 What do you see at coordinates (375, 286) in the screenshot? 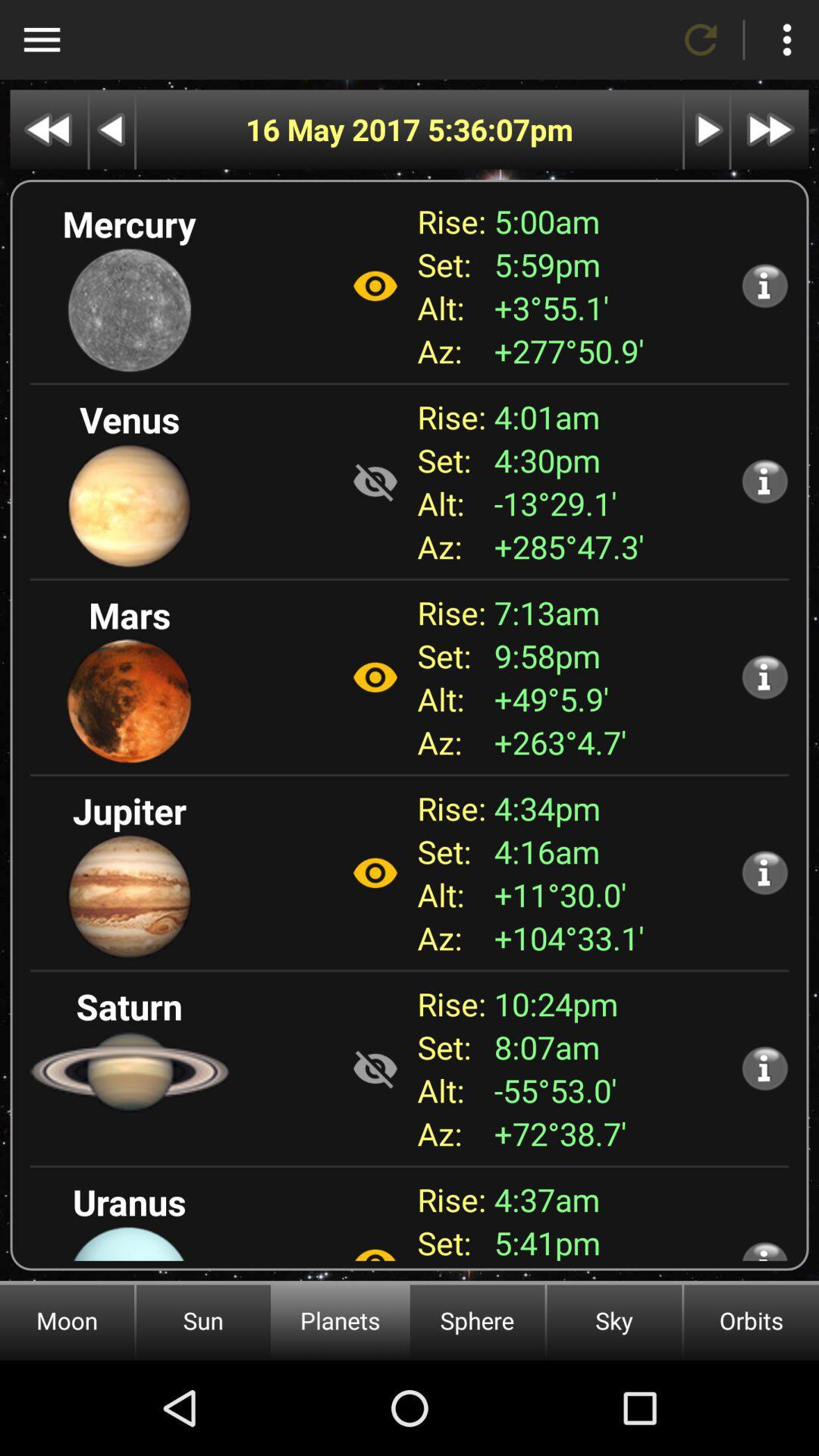
I see `visibility` at bounding box center [375, 286].